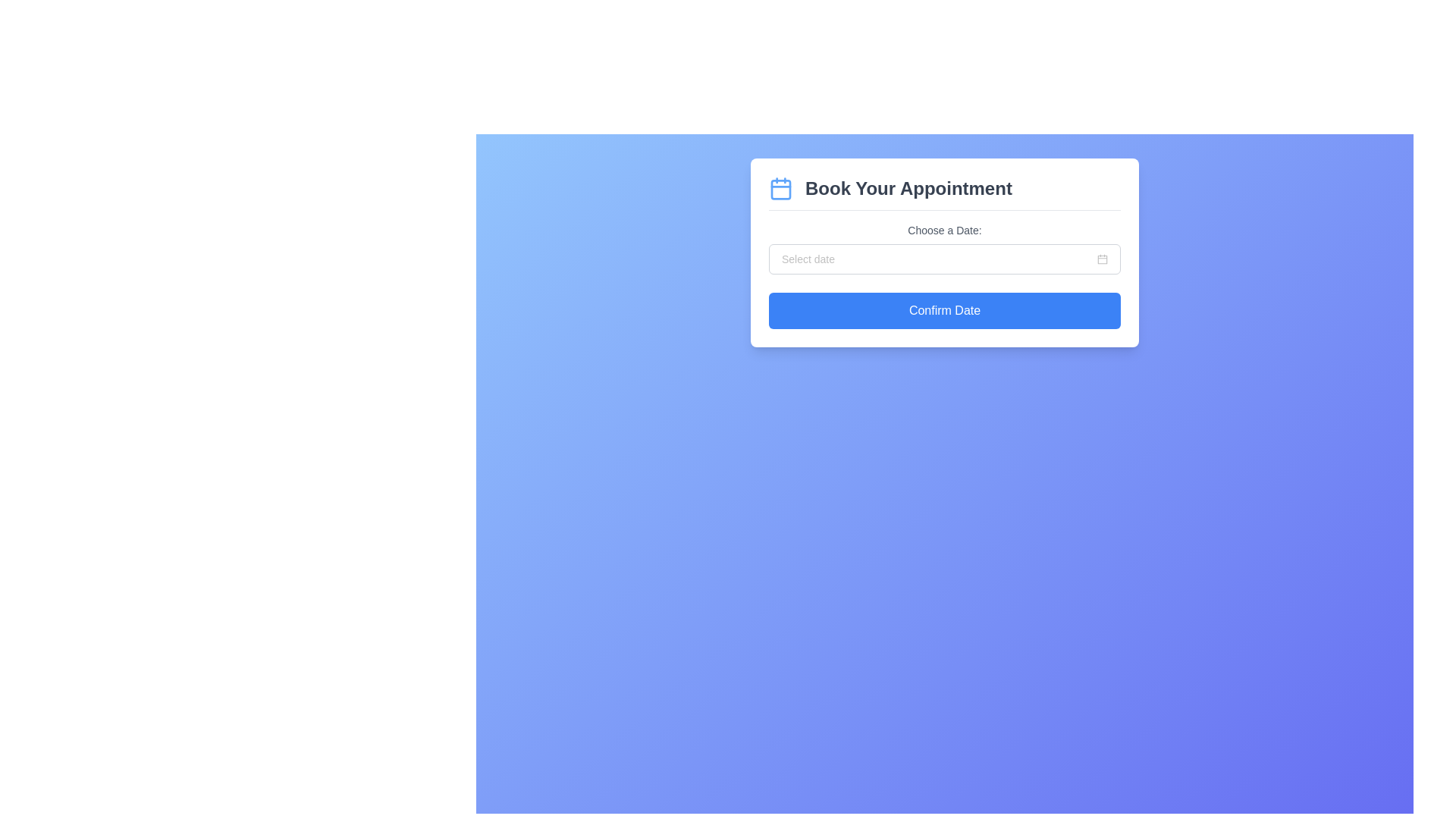  Describe the element at coordinates (1103, 259) in the screenshot. I see `the small, square calendar icon located at the far right of the date selection input field` at that location.